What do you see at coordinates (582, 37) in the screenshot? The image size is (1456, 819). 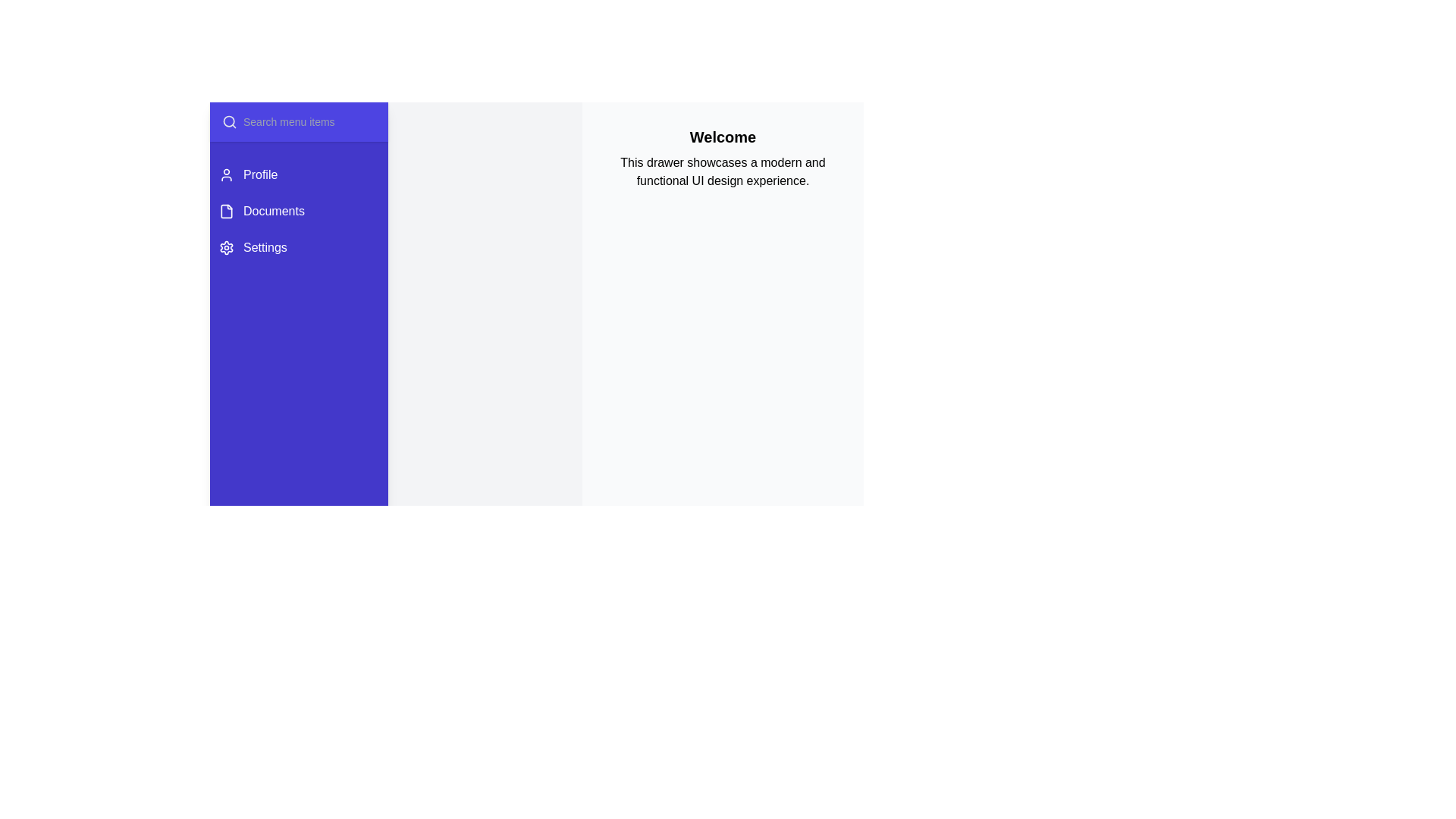 I see `the toggle button in the header to toggle the drawer state` at bounding box center [582, 37].